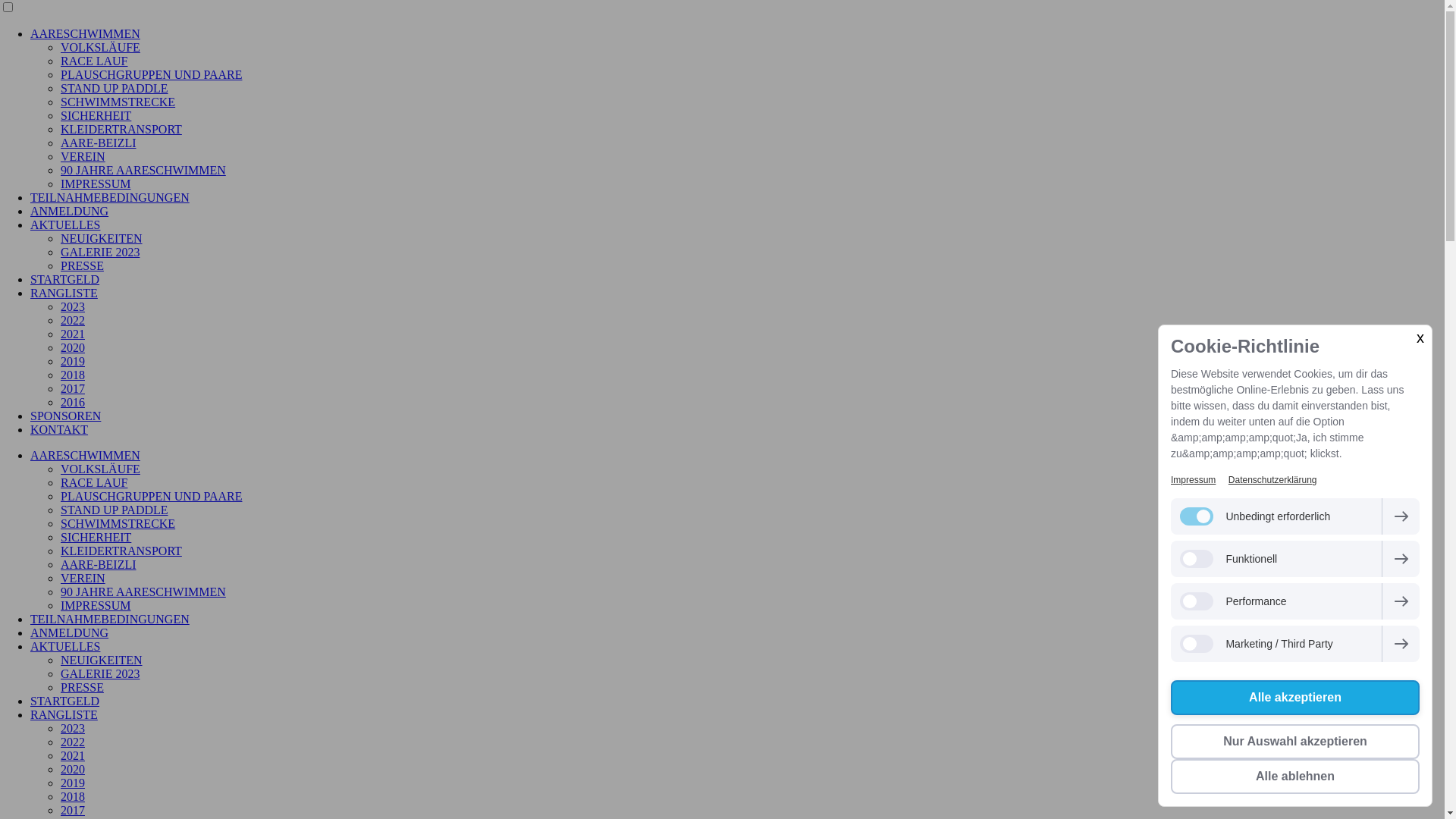 The width and height of the screenshot is (1456, 819). What do you see at coordinates (94, 604) in the screenshot?
I see `'IMPRESSUM'` at bounding box center [94, 604].